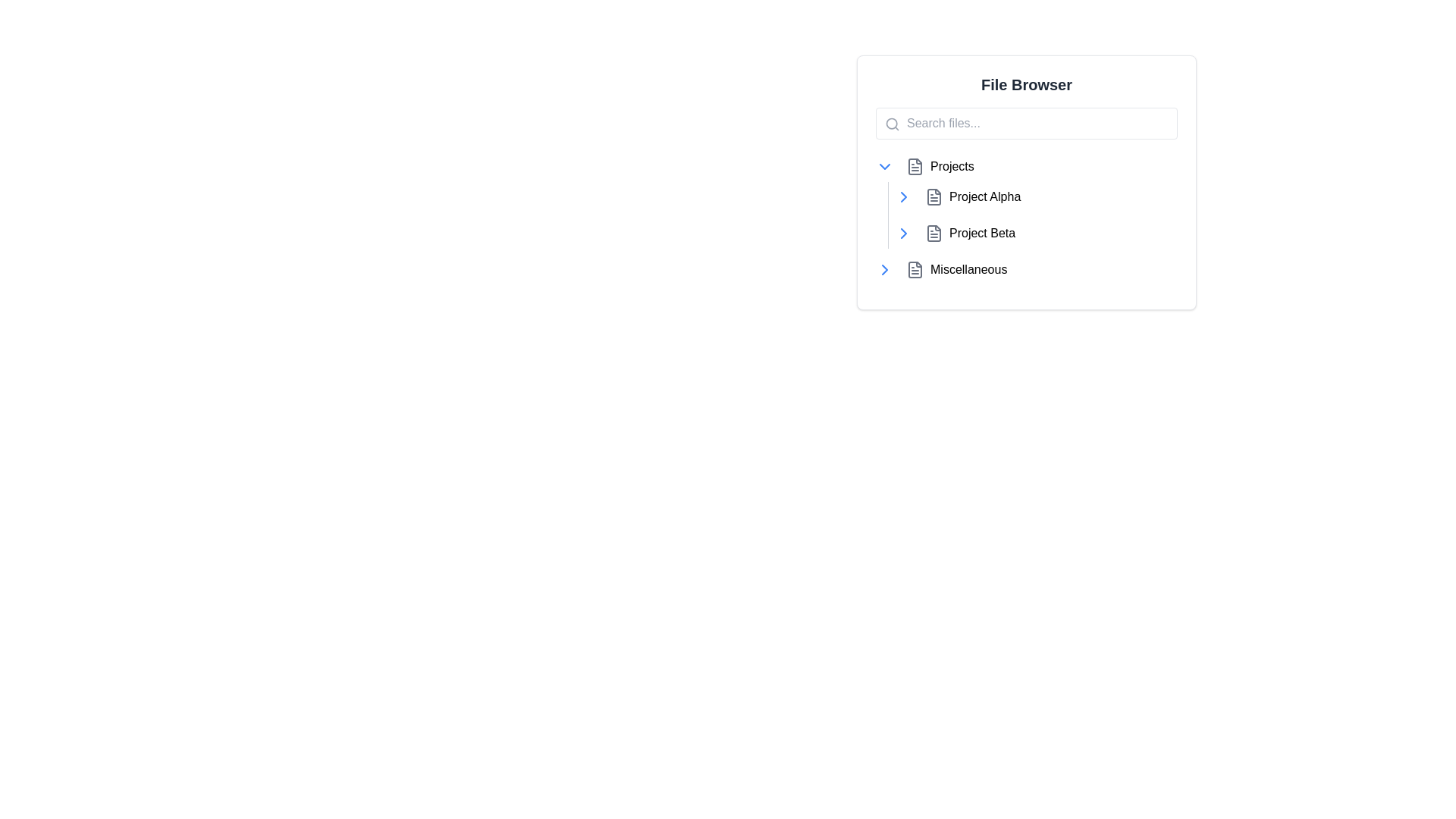 The width and height of the screenshot is (1456, 819). I want to click on the document icon located to the left of the 'Miscellaneous' label in the file browser interface, so click(914, 268).